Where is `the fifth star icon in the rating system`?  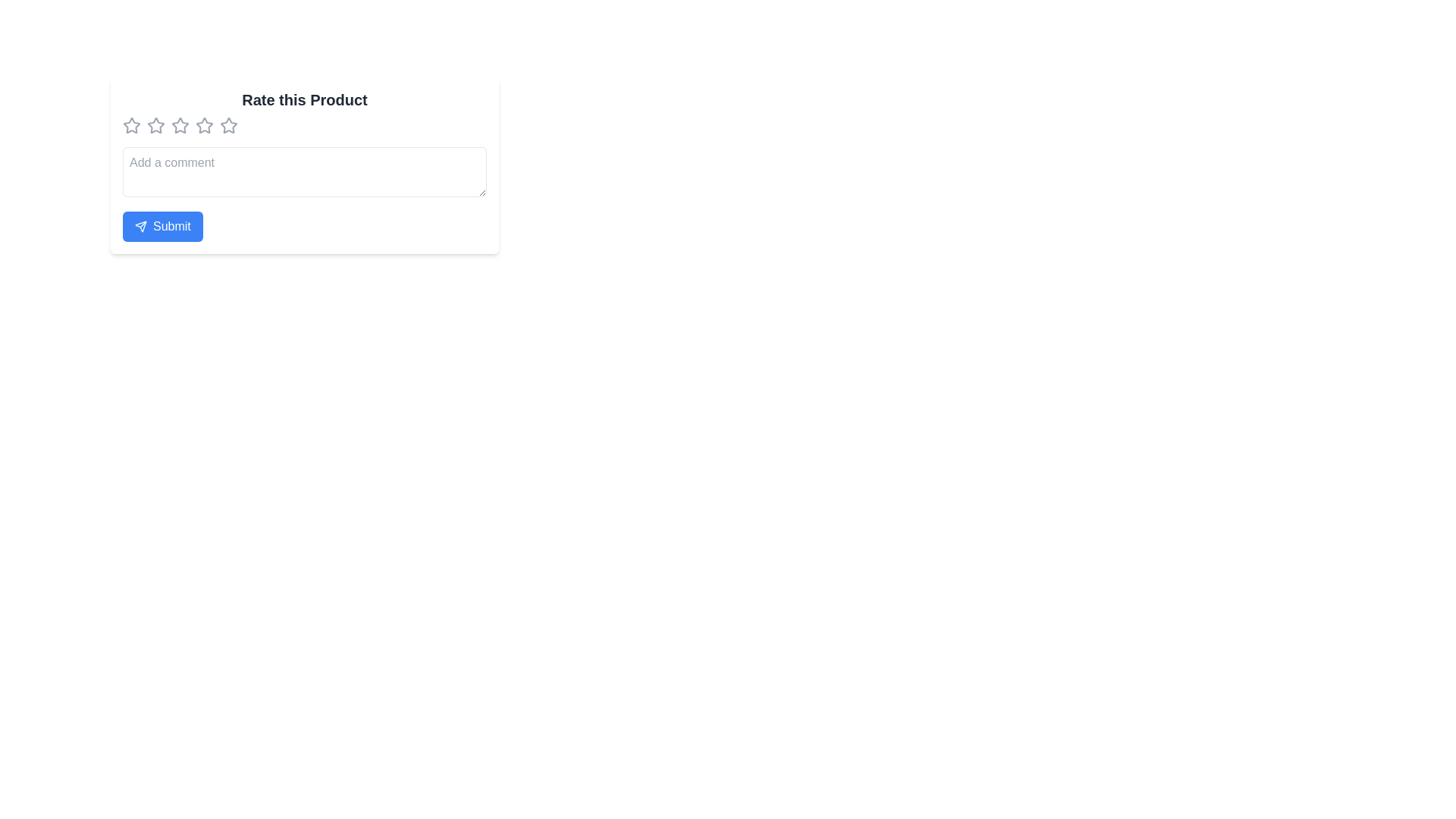 the fifth star icon in the rating system is located at coordinates (228, 124).